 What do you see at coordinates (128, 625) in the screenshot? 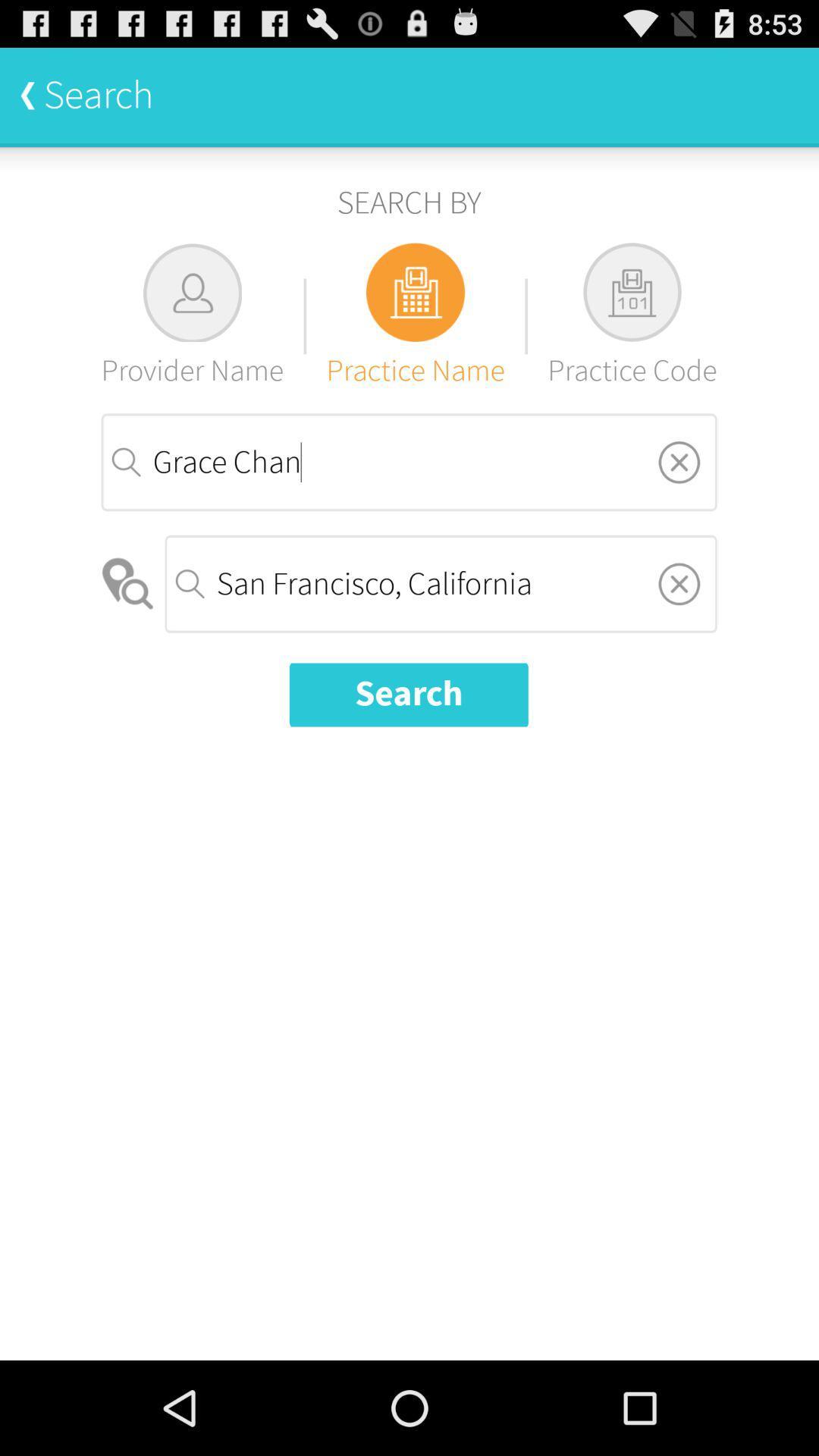
I see `the location icon` at bounding box center [128, 625].